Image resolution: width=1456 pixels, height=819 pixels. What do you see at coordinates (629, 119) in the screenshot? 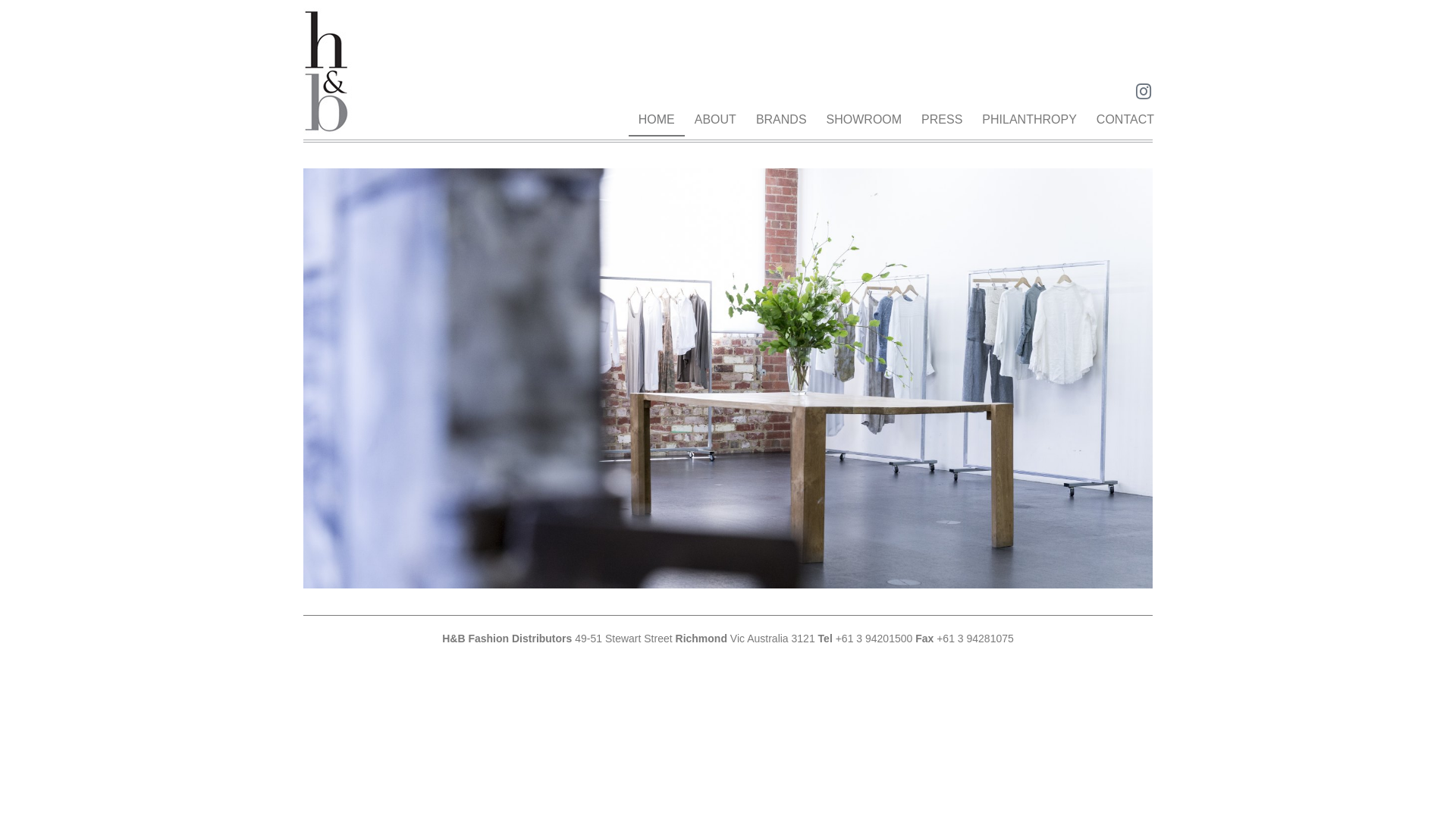
I see `'HOME'` at bounding box center [629, 119].